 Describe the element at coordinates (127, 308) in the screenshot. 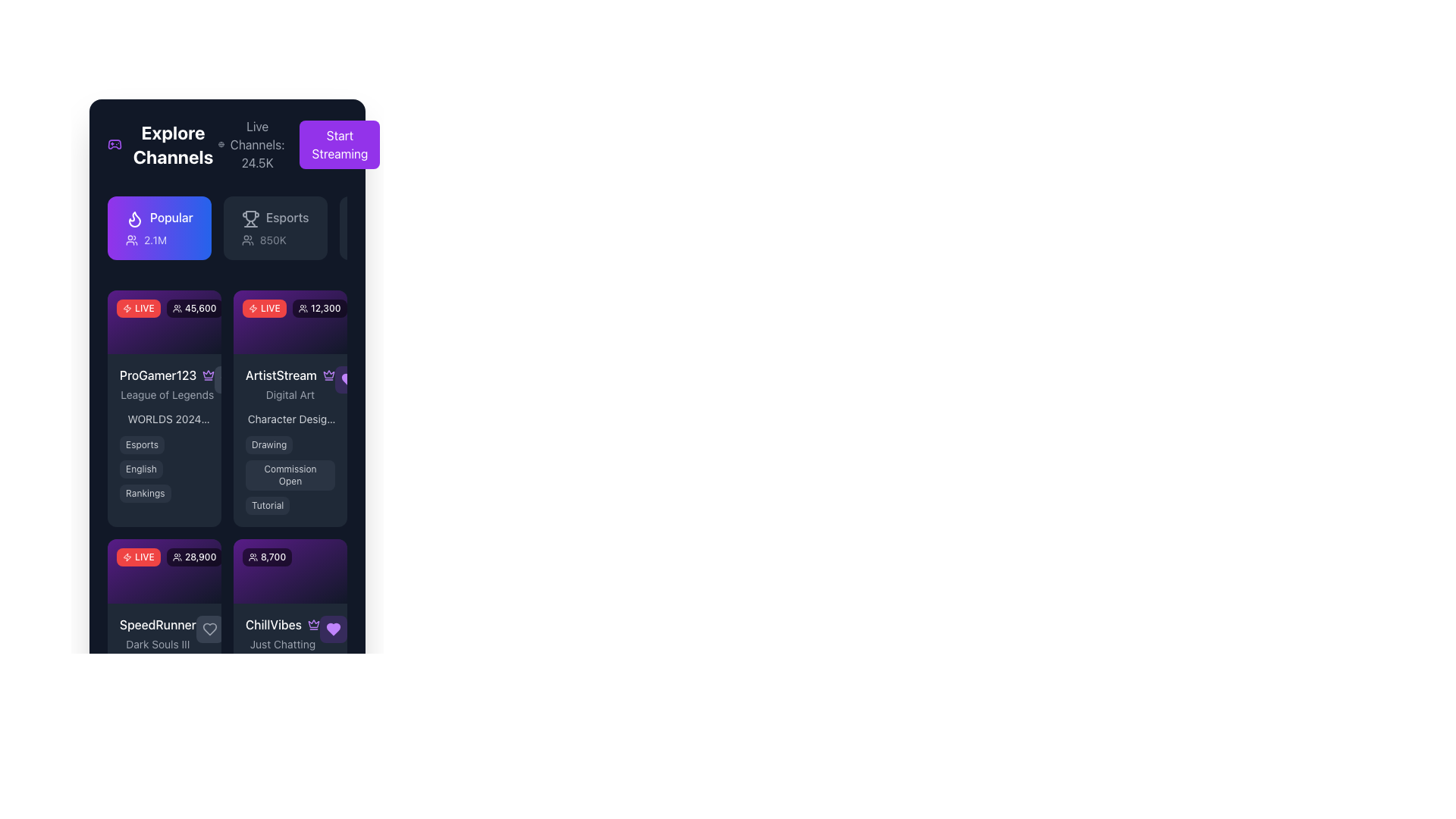

I see `the 'LIVE' badge icon located at the top left of the card component` at that location.